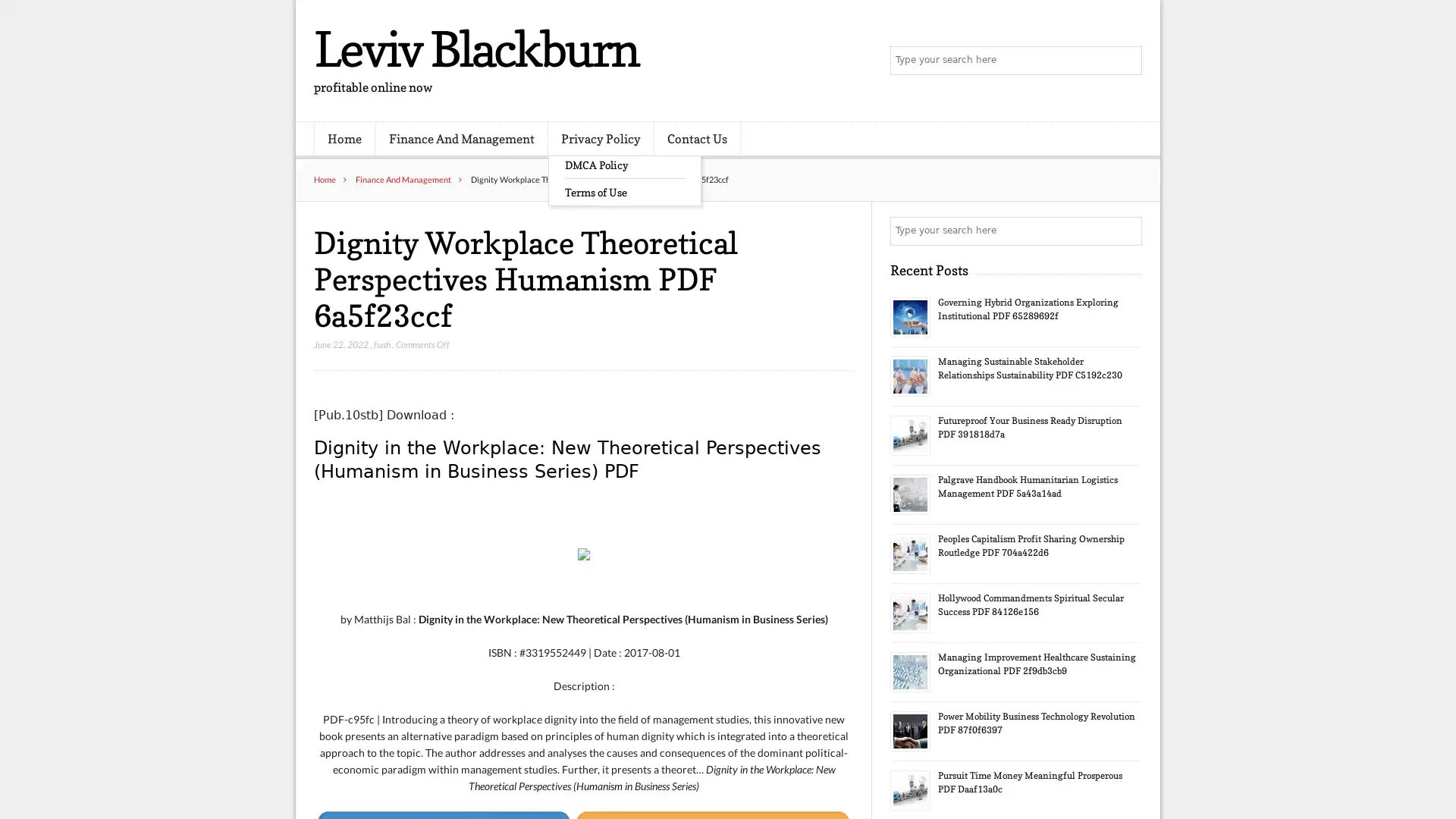  I want to click on Search, so click(1126, 61).